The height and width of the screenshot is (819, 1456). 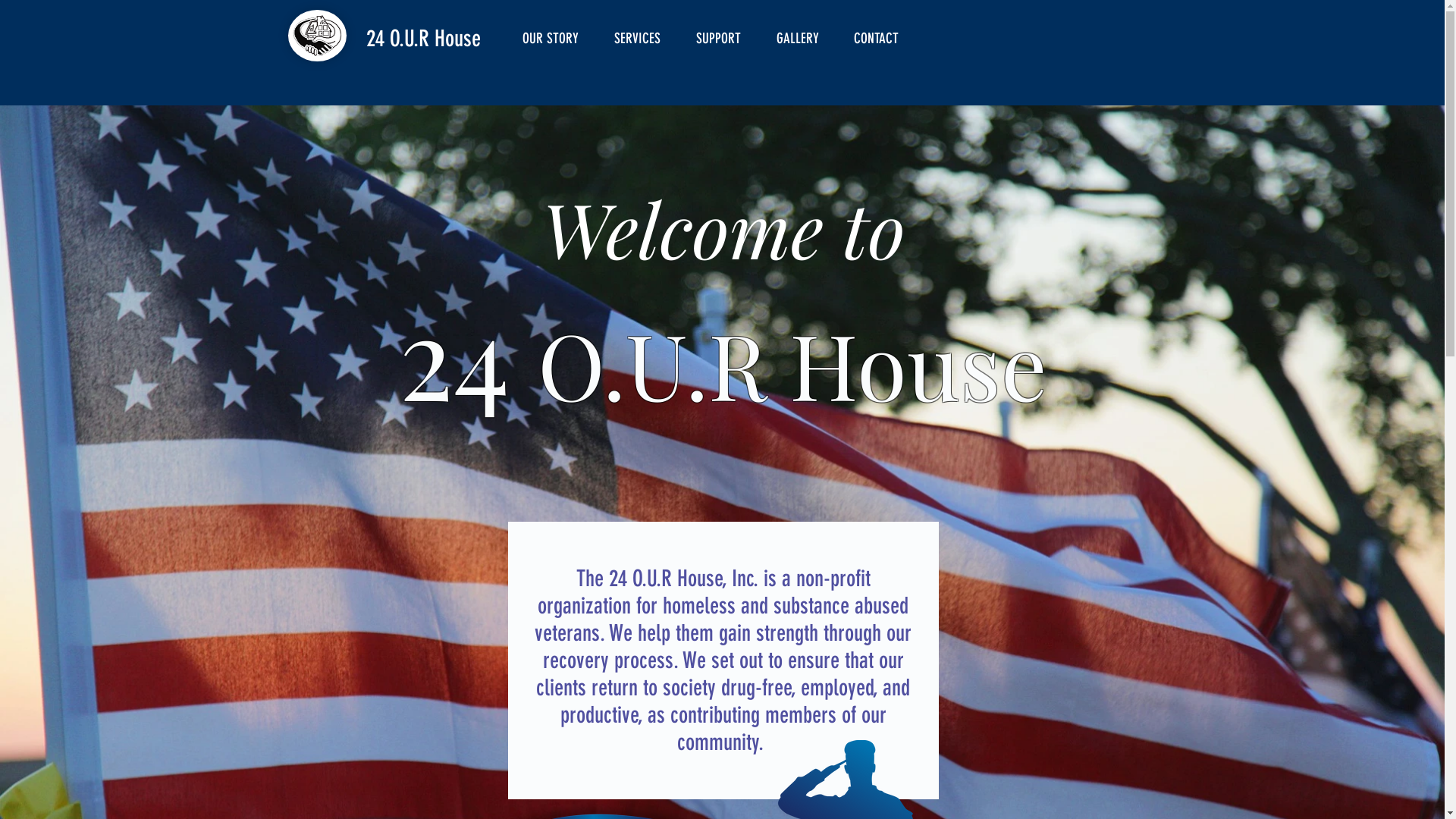 I want to click on 'OUR STORY', so click(x=556, y=37).